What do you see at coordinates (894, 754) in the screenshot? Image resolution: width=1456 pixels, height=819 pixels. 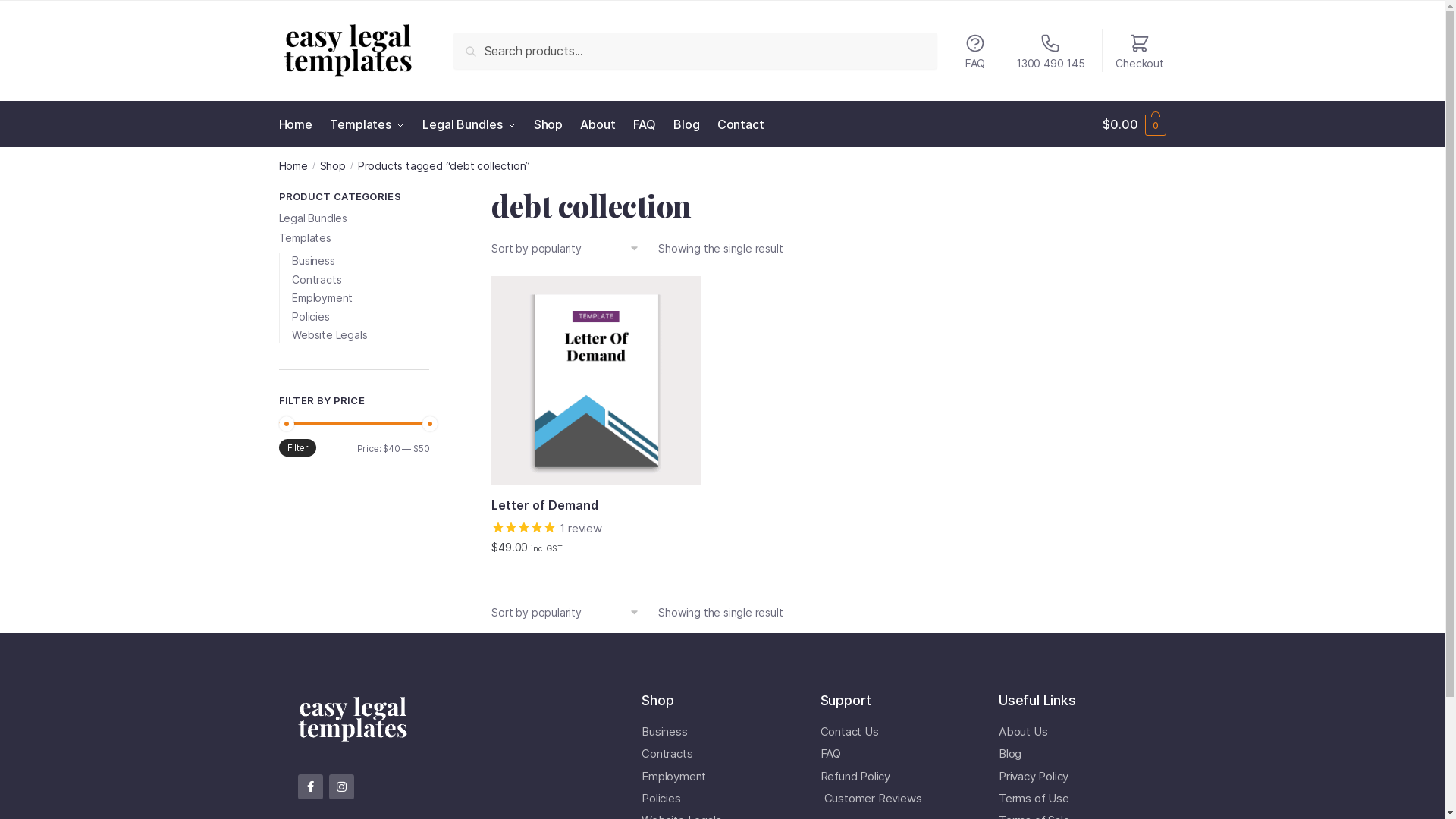 I see `'FAQ'` at bounding box center [894, 754].